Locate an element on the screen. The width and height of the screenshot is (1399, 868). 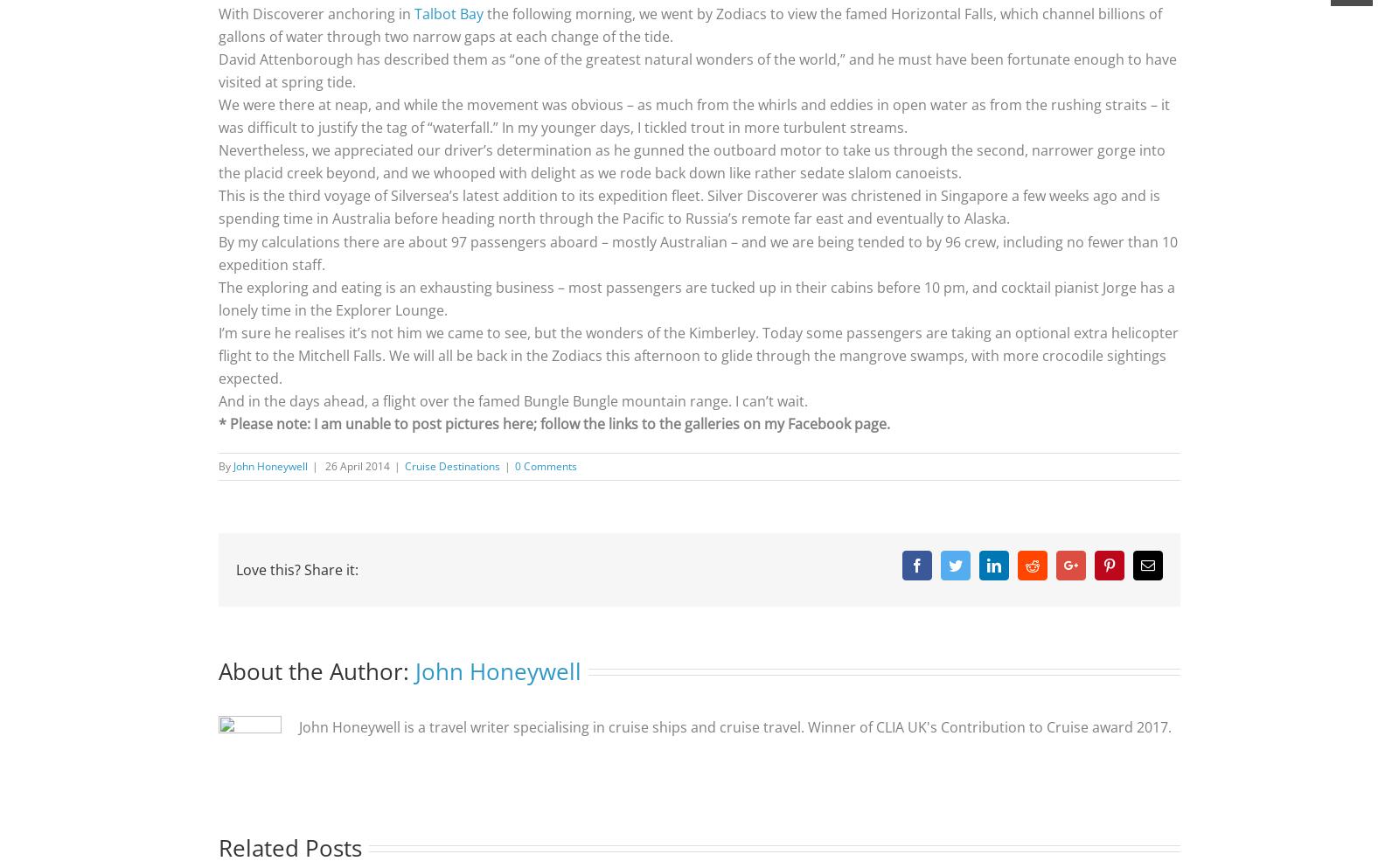
'By my calculations there are about 97 passengers aboard – mostly Australian – and we are being tended to by 96 crew, including no fewer than 10 expedition staff.' is located at coordinates (698, 252).